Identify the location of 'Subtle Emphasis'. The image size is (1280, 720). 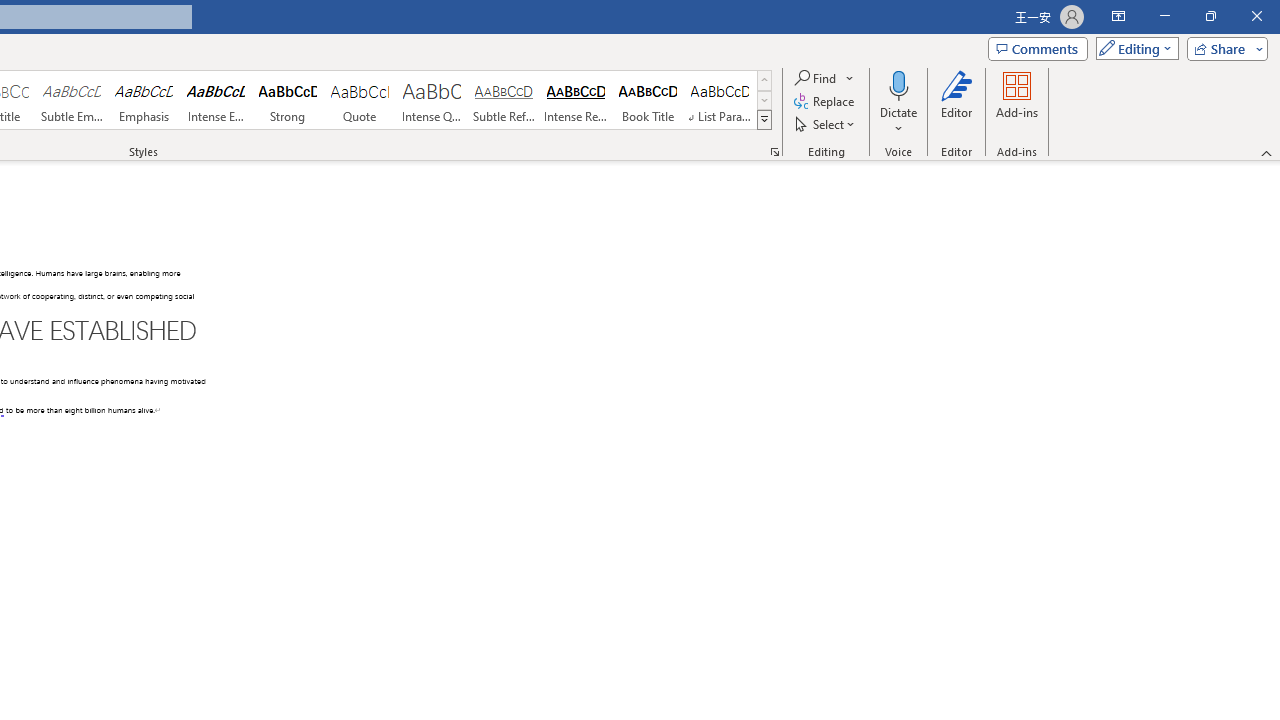
(71, 100).